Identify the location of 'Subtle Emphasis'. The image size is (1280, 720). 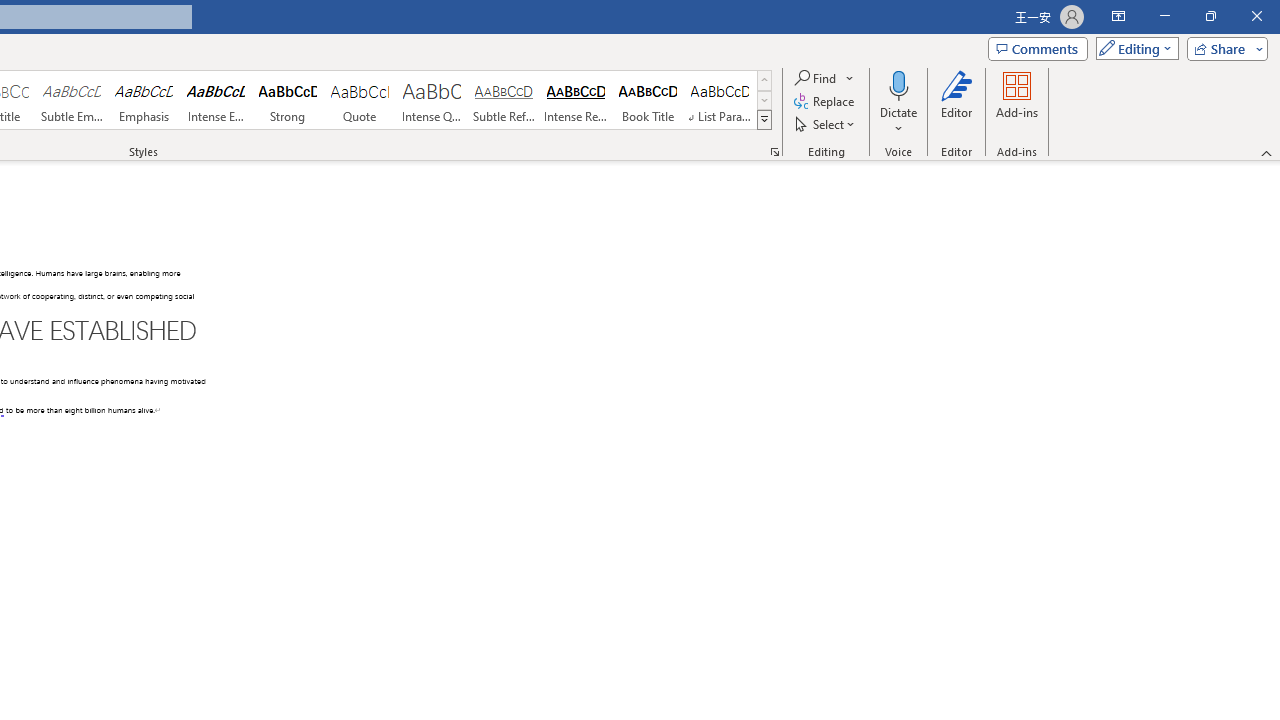
(71, 100).